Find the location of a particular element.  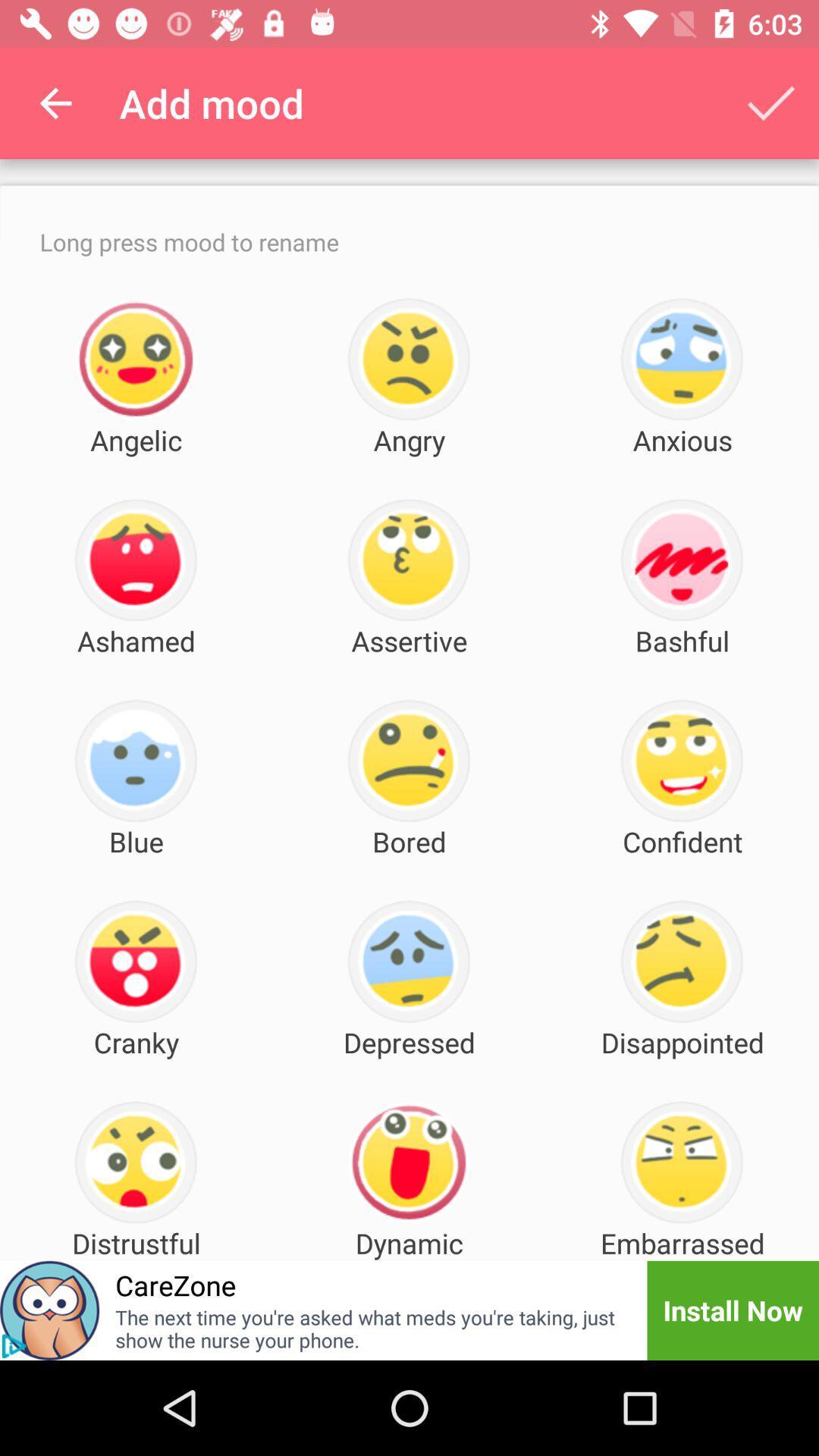

the item next to dynamic icon is located at coordinates (174, 1284).